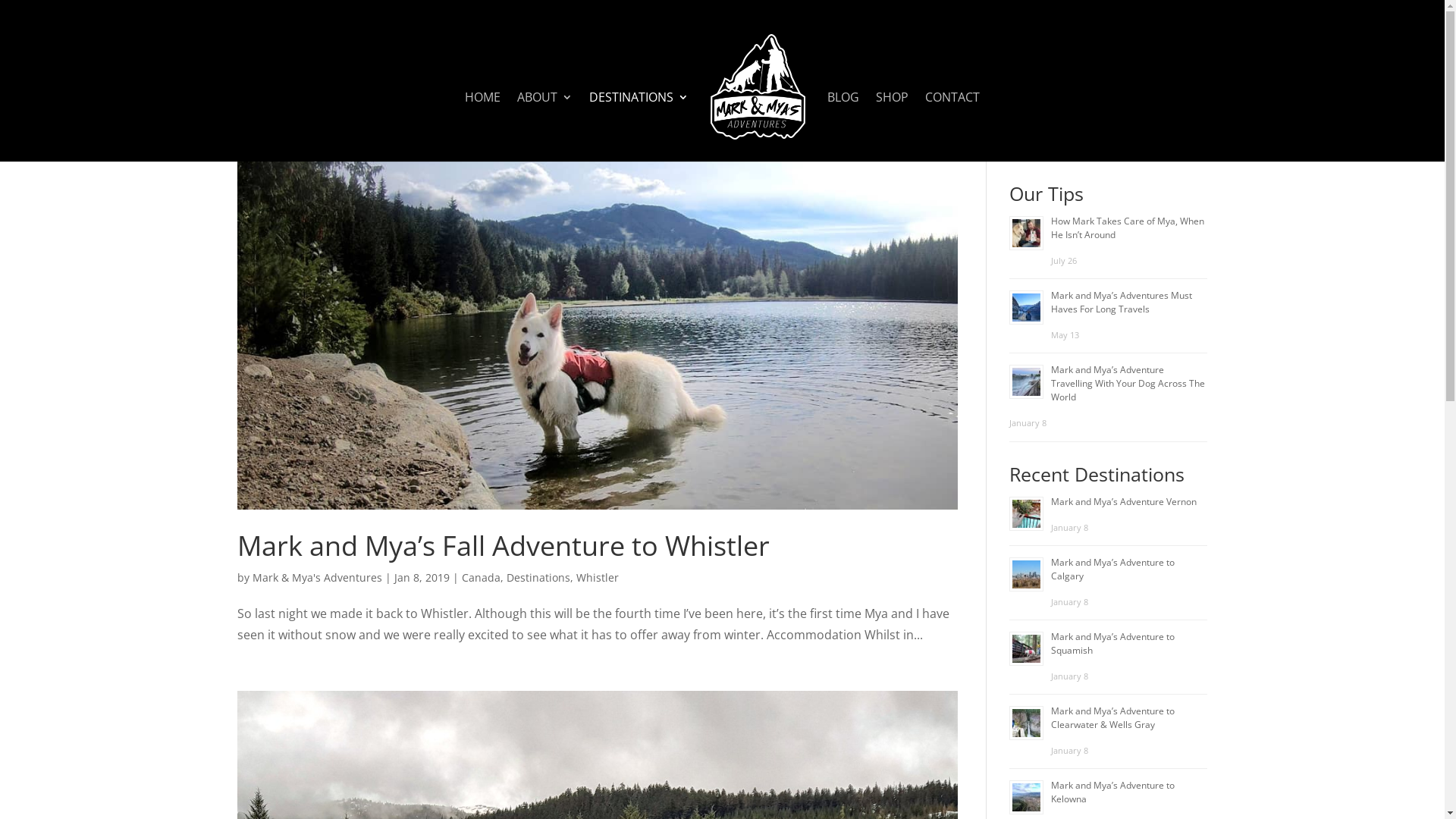 Image resolution: width=1456 pixels, height=819 pixels. What do you see at coordinates (1179, 146) in the screenshot?
I see `'Search'` at bounding box center [1179, 146].